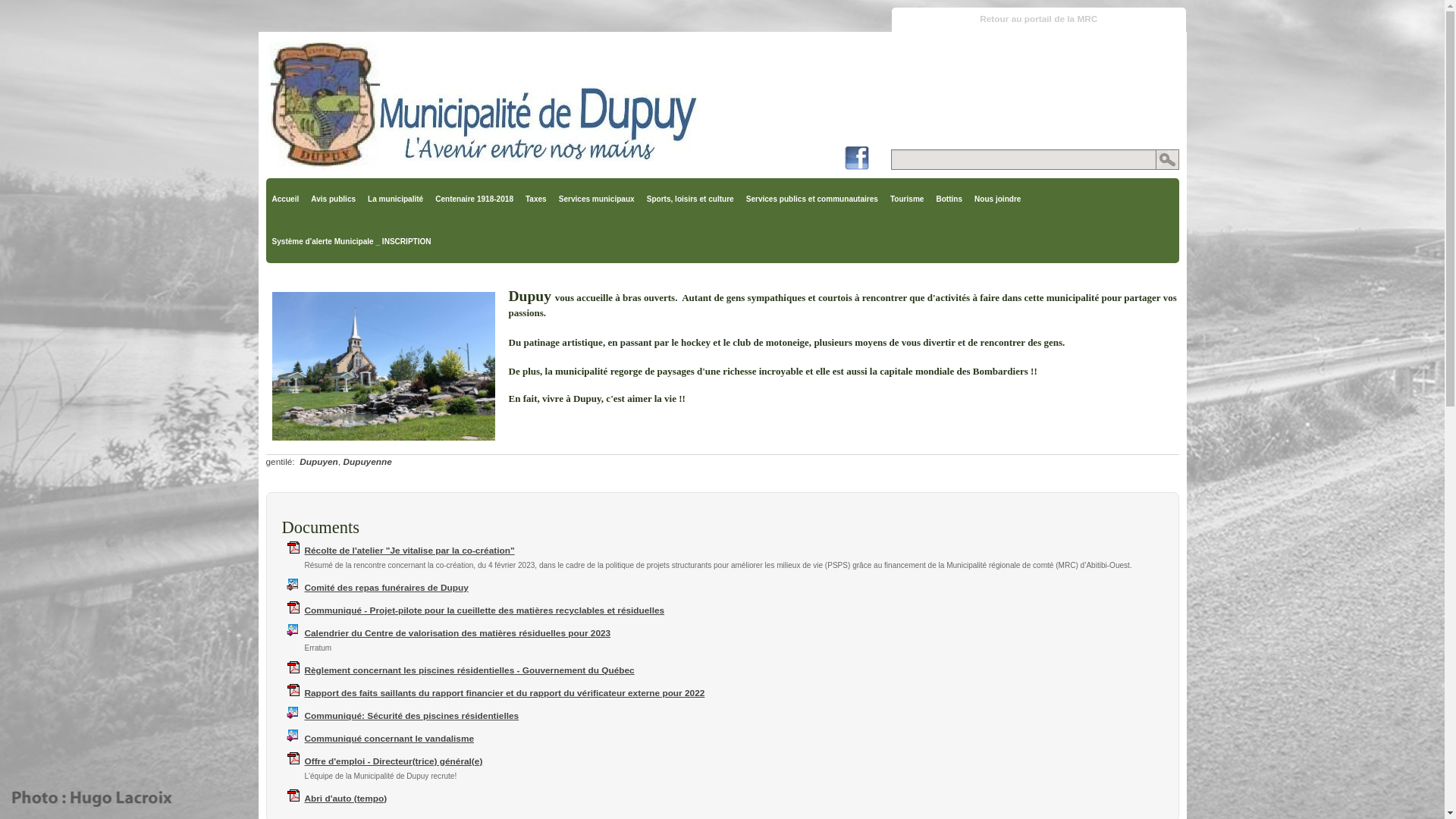  I want to click on 'Avis publics', so click(332, 198).